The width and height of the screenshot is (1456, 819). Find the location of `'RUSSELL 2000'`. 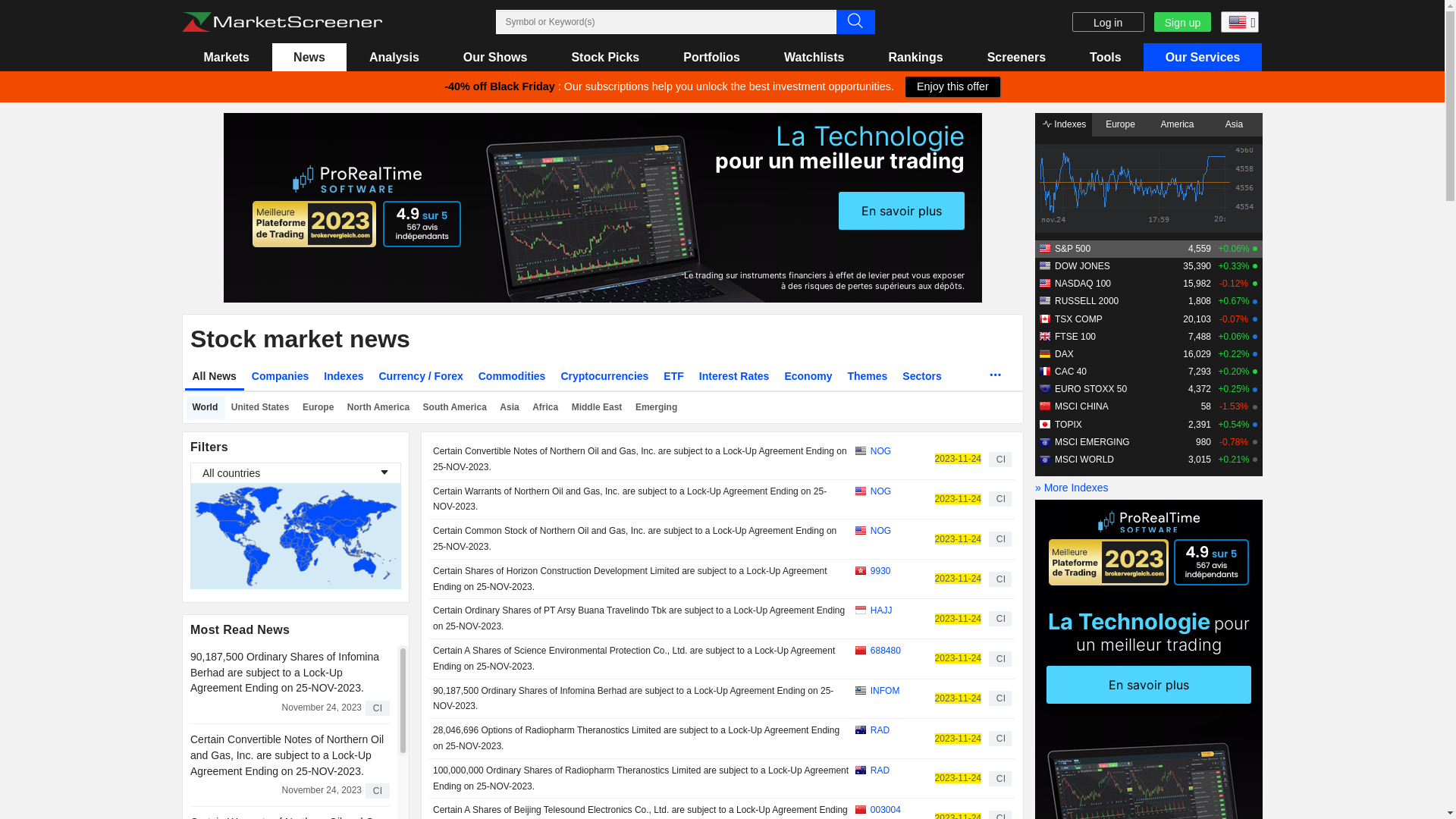

'RUSSELL 2000' is located at coordinates (1086, 301).